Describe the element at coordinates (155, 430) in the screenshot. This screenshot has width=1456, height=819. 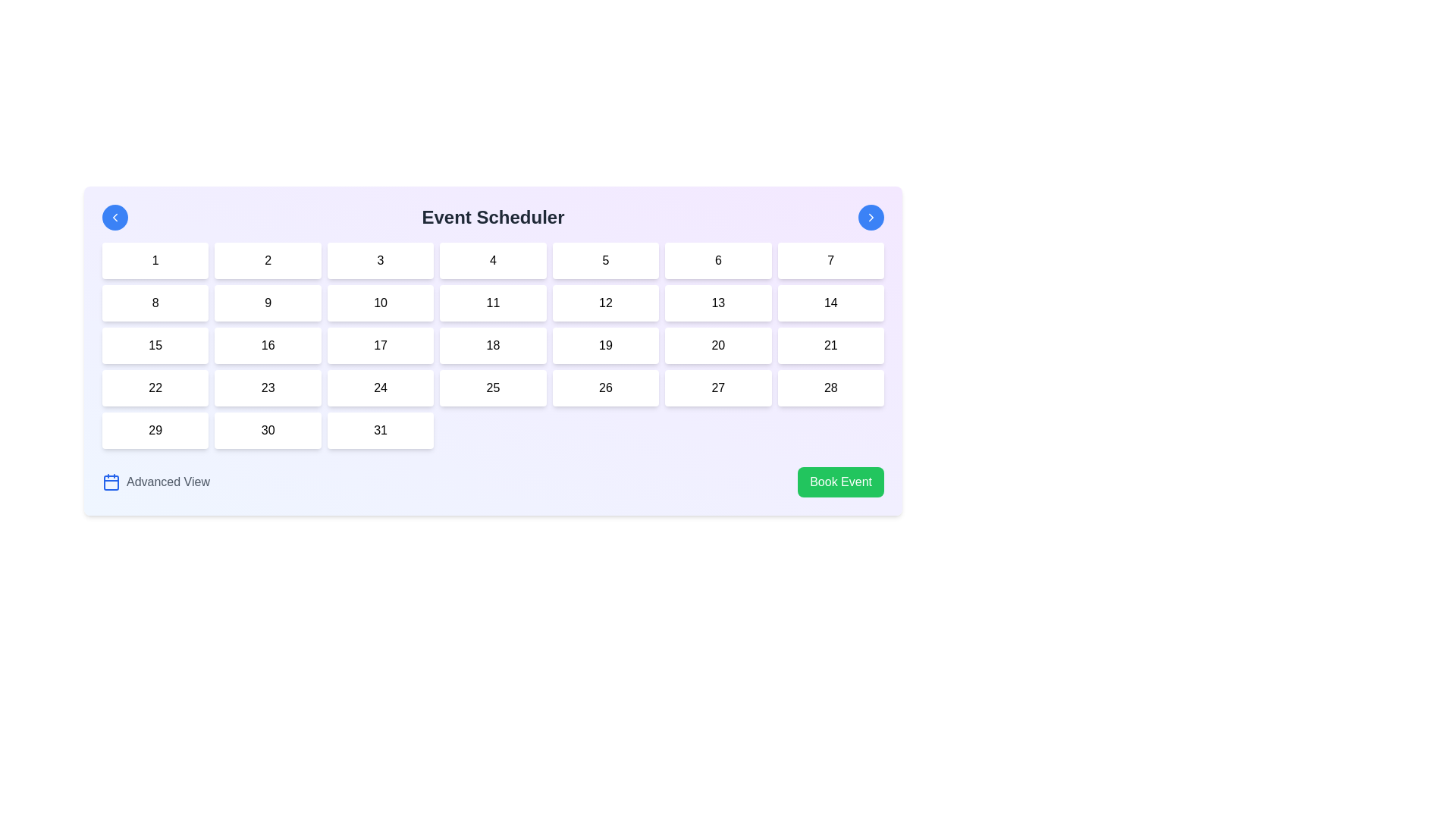
I see `the rectangular button with a white background and the bold number '29' centered within` at that location.